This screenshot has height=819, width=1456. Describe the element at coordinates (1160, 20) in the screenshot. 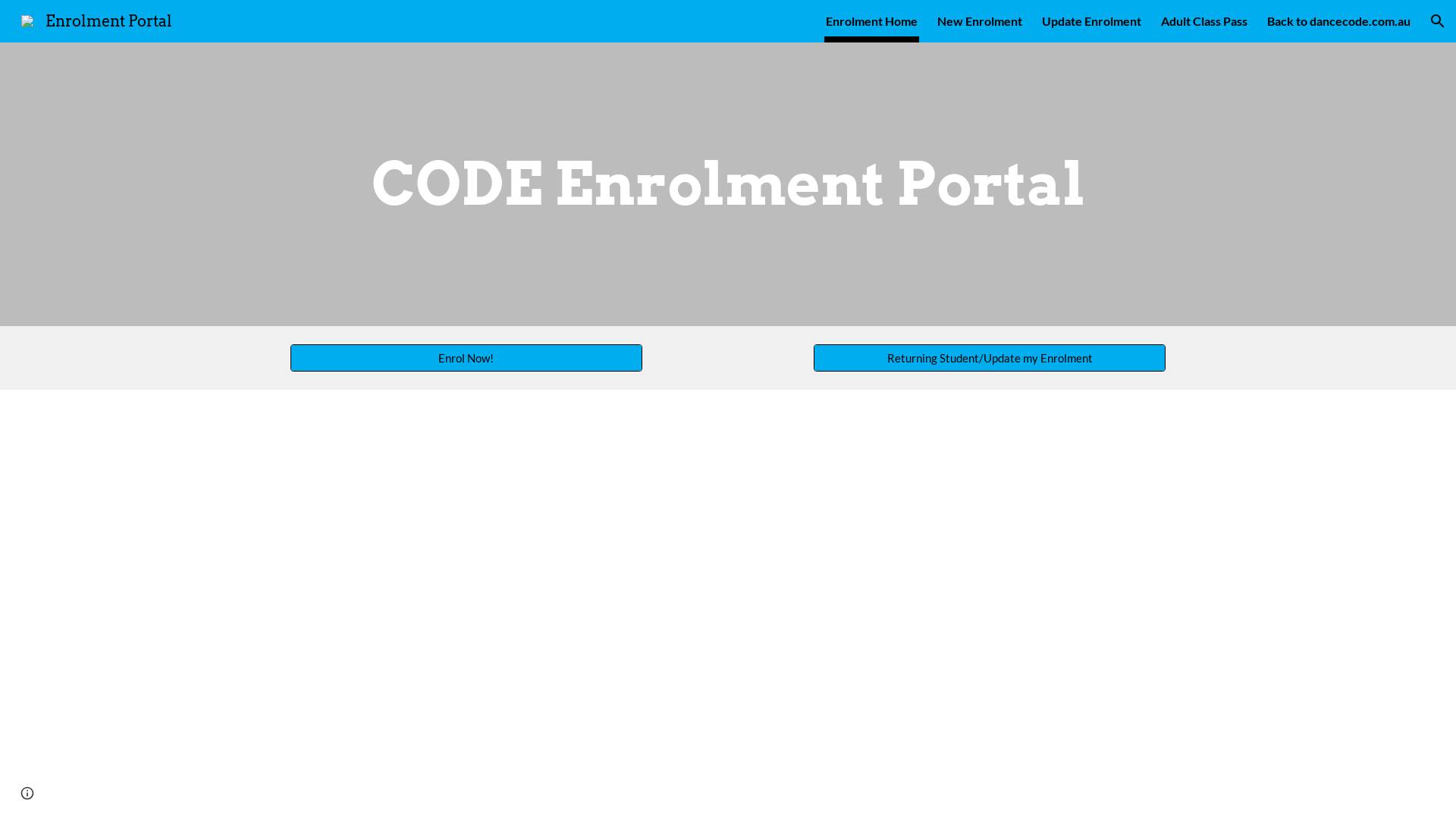

I see `'Adult Class Pass'` at that location.